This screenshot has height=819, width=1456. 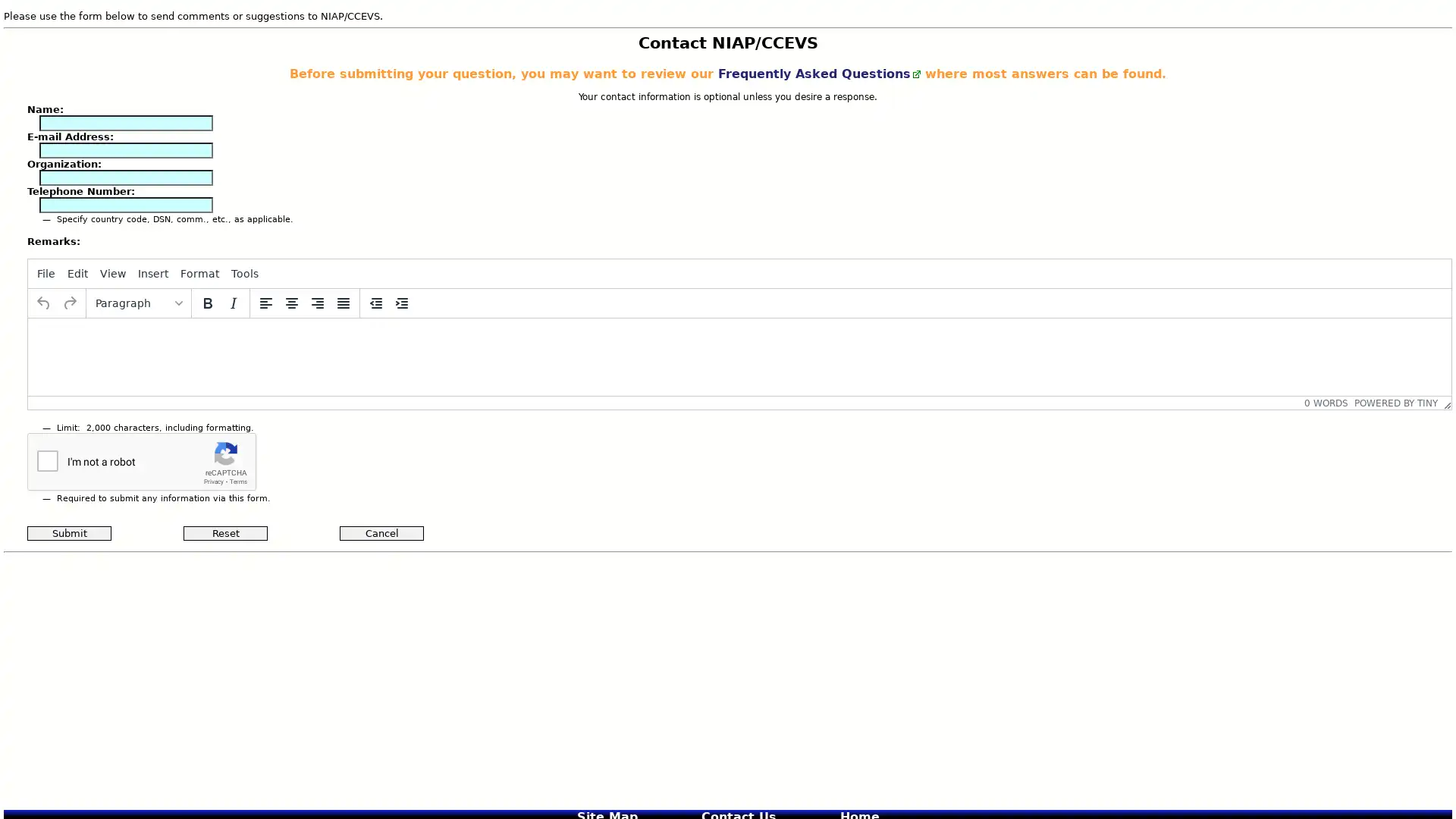 What do you see at coordinates (68, 532) in the screenshot?
I see `Submit` at bounding box center [68, 532].